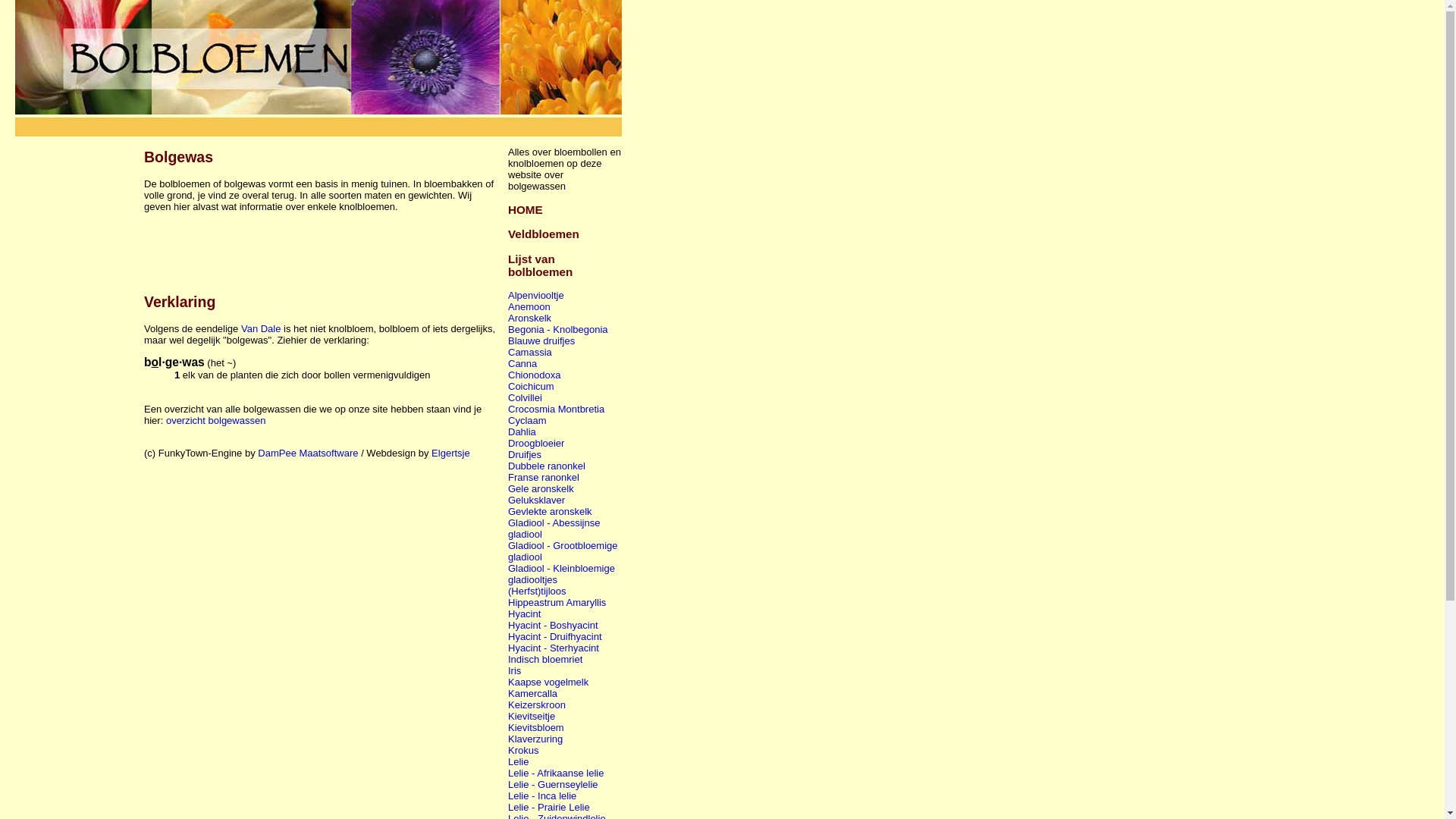  Describe the element at coordinates (560, 573) in the screenshot. I see `'Gladiool - Kleinbloemige gladiooltjes'` at that location.